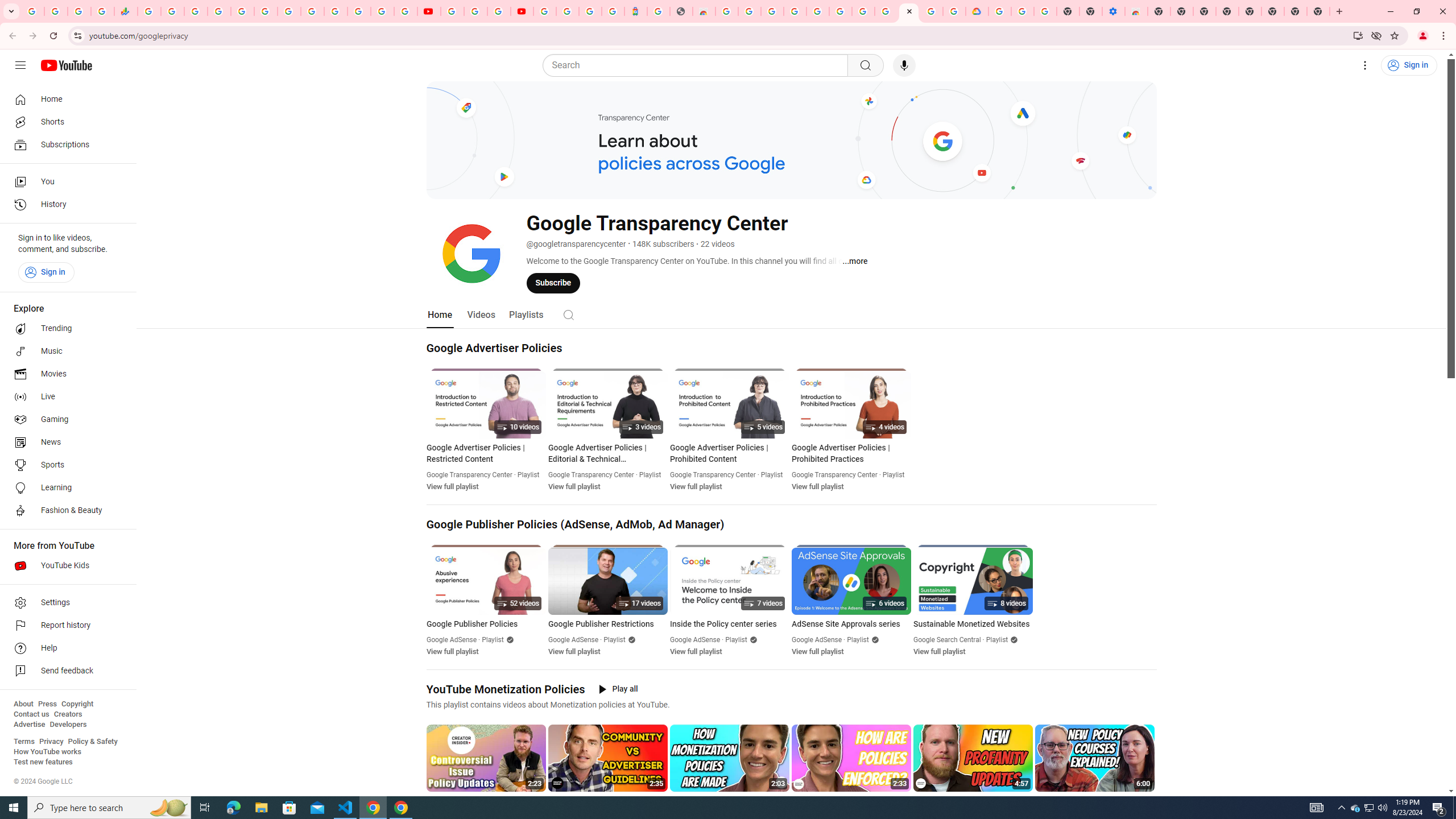 The width and height of the screenshot is (1456, 819). What do you see at coordinates (486, 624) in the screenshot?
I see `'Google Publisher Policies'` at bounding box center [486, 624].